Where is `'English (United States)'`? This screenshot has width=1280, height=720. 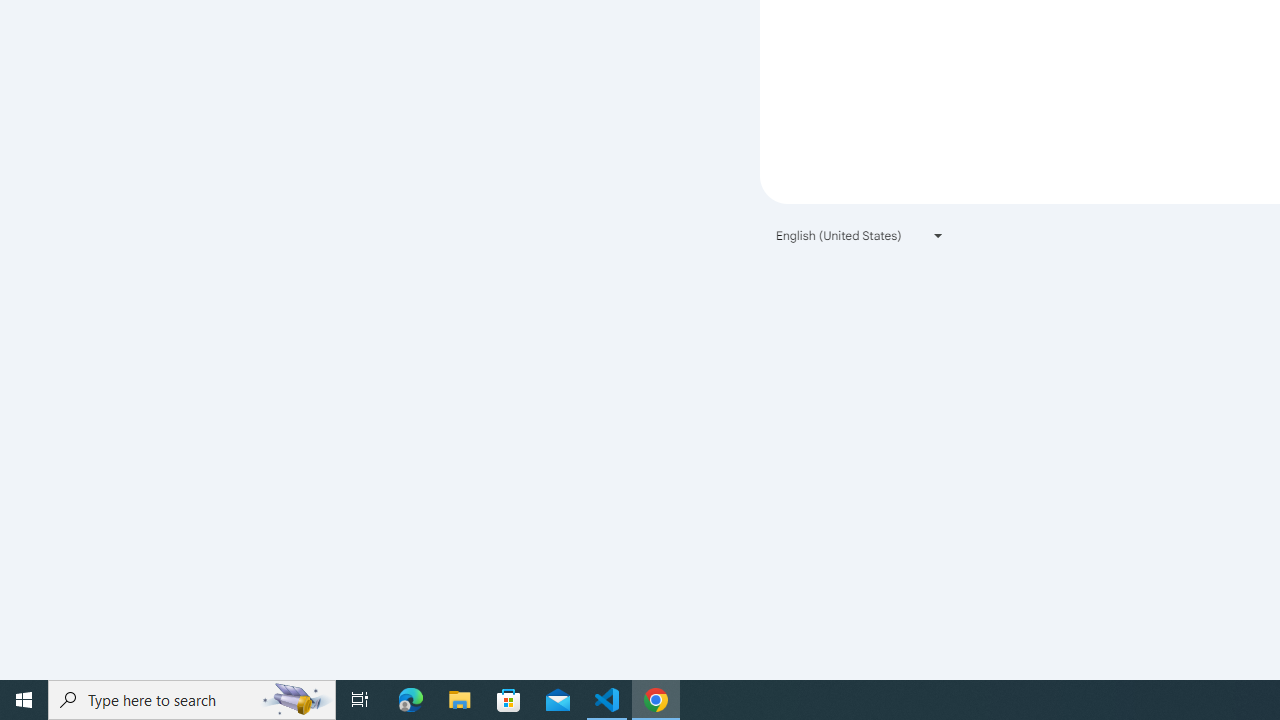 'English (United States)' is located at coordinates (860, 234).